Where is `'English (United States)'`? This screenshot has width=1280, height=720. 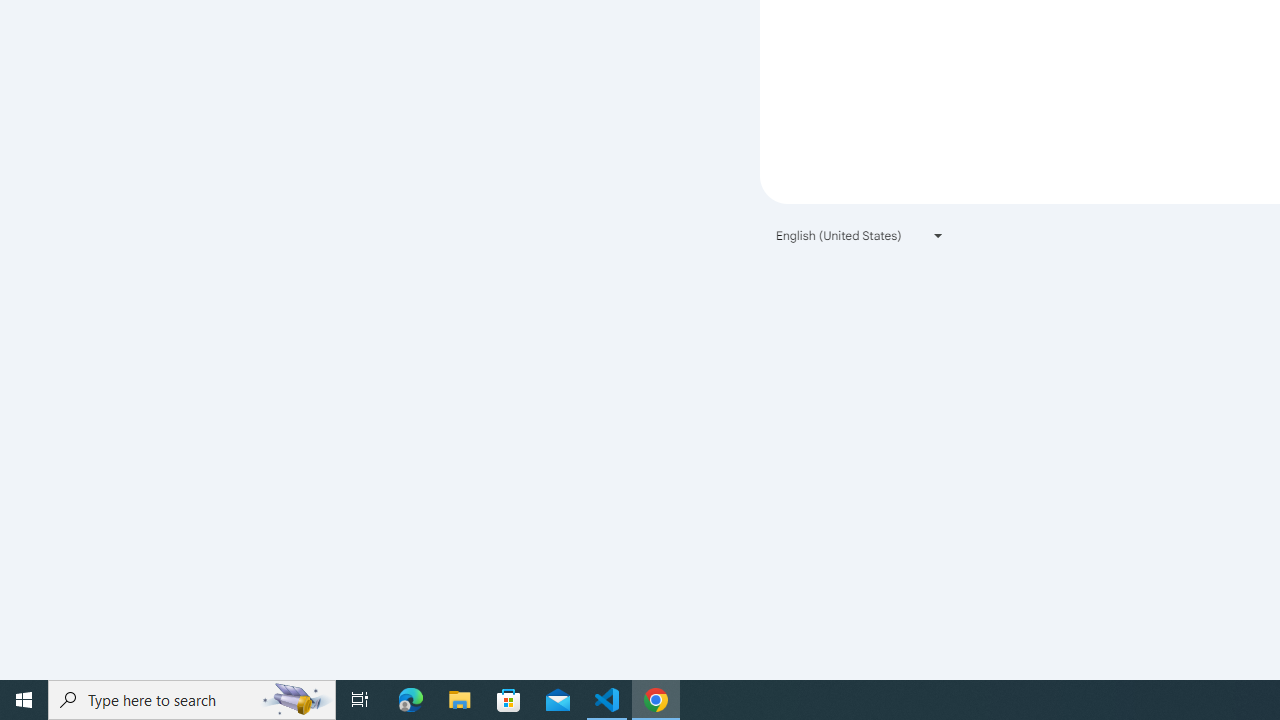 'English (United States)' is located at coordinates (860, 234).